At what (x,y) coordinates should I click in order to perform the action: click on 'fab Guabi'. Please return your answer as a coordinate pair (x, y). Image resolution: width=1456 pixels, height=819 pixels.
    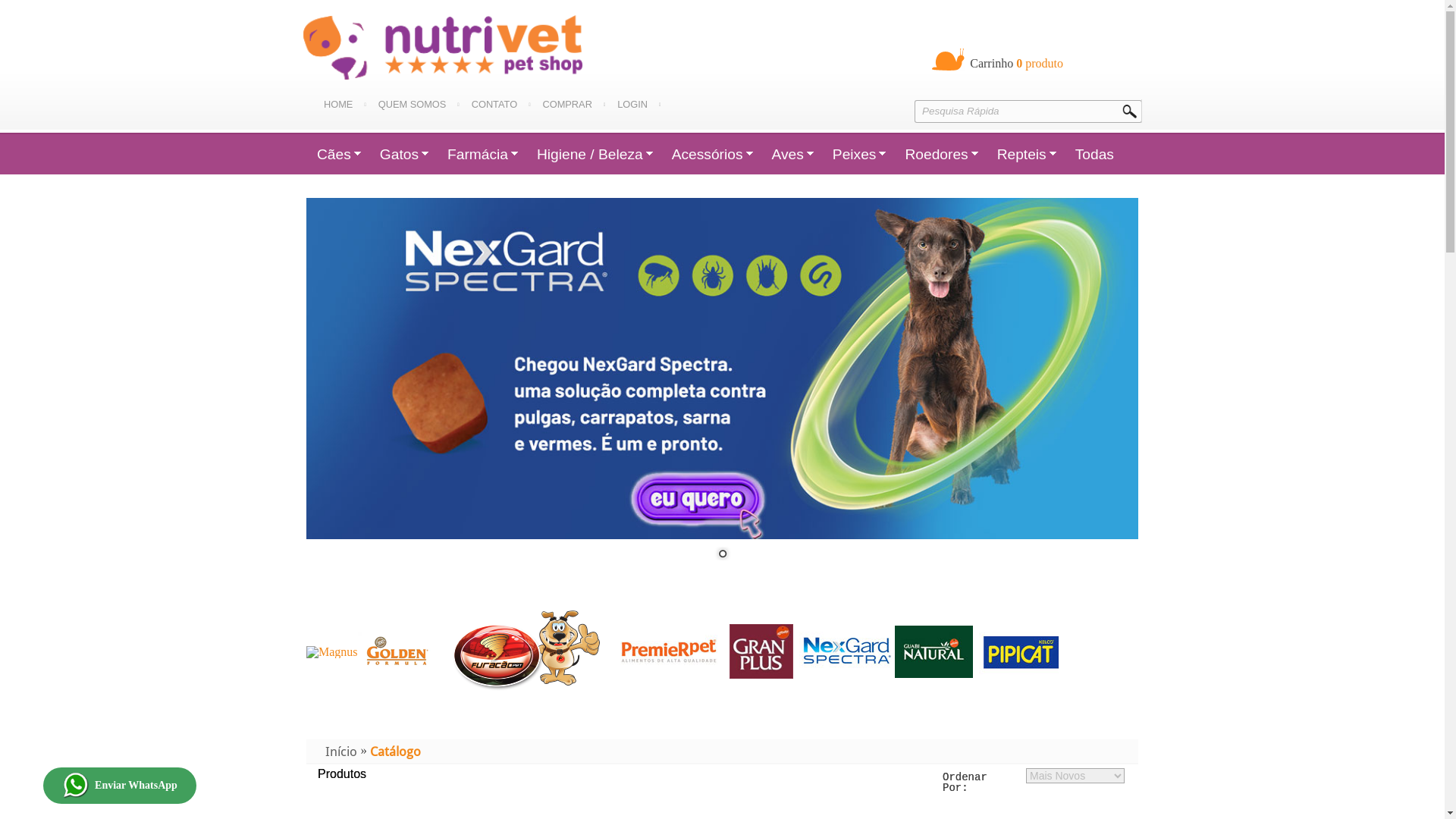
    Looking at the image, I should click on (895, 651).